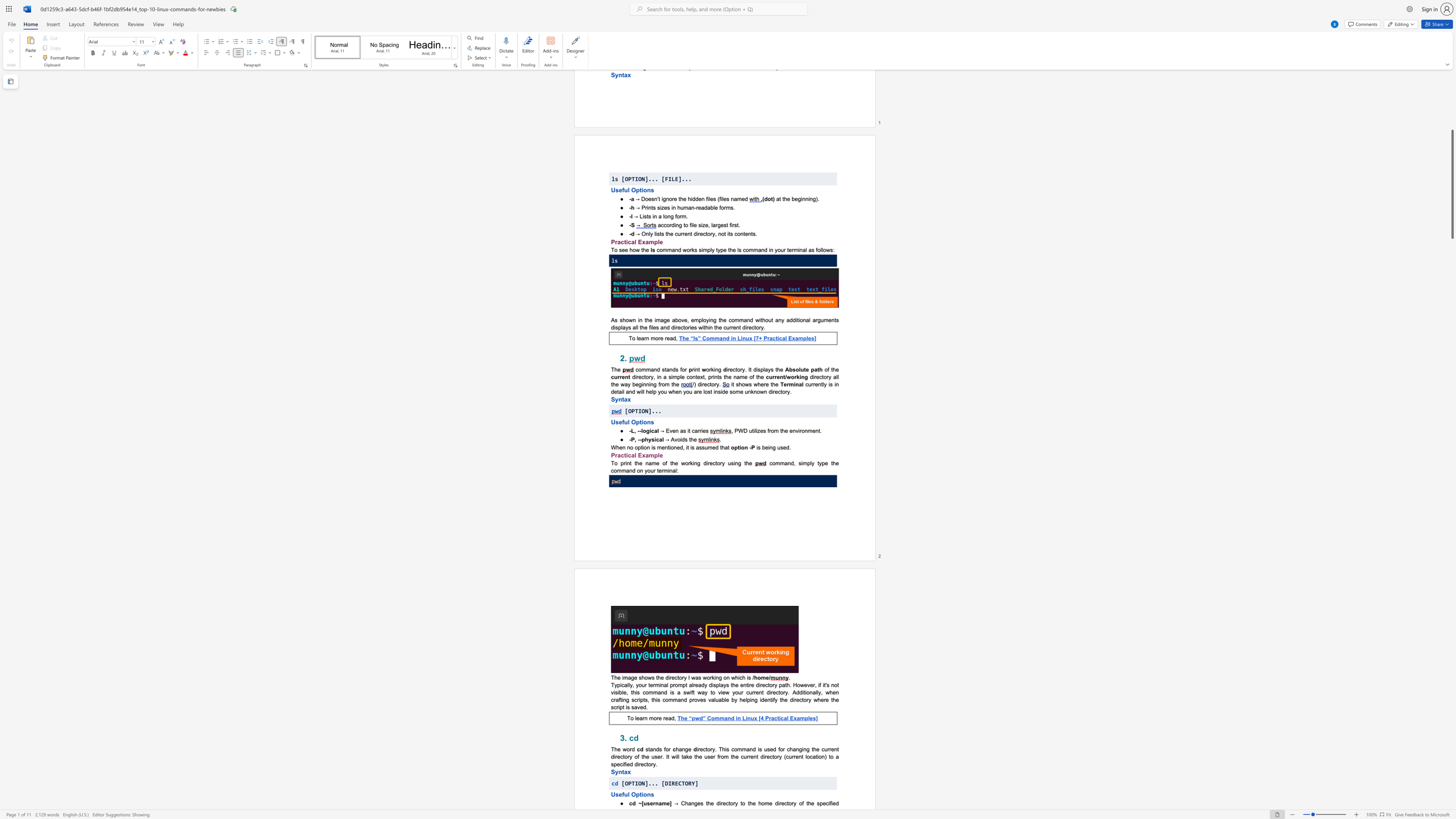 The width and height of the screenshot is (1456, 819). I want to click on the subset text "tional" within the text "not visible, this command is a swift way to view your current directory. Additionally, when crafting scripts, this command proves valuable by helping", so click(803, 692).